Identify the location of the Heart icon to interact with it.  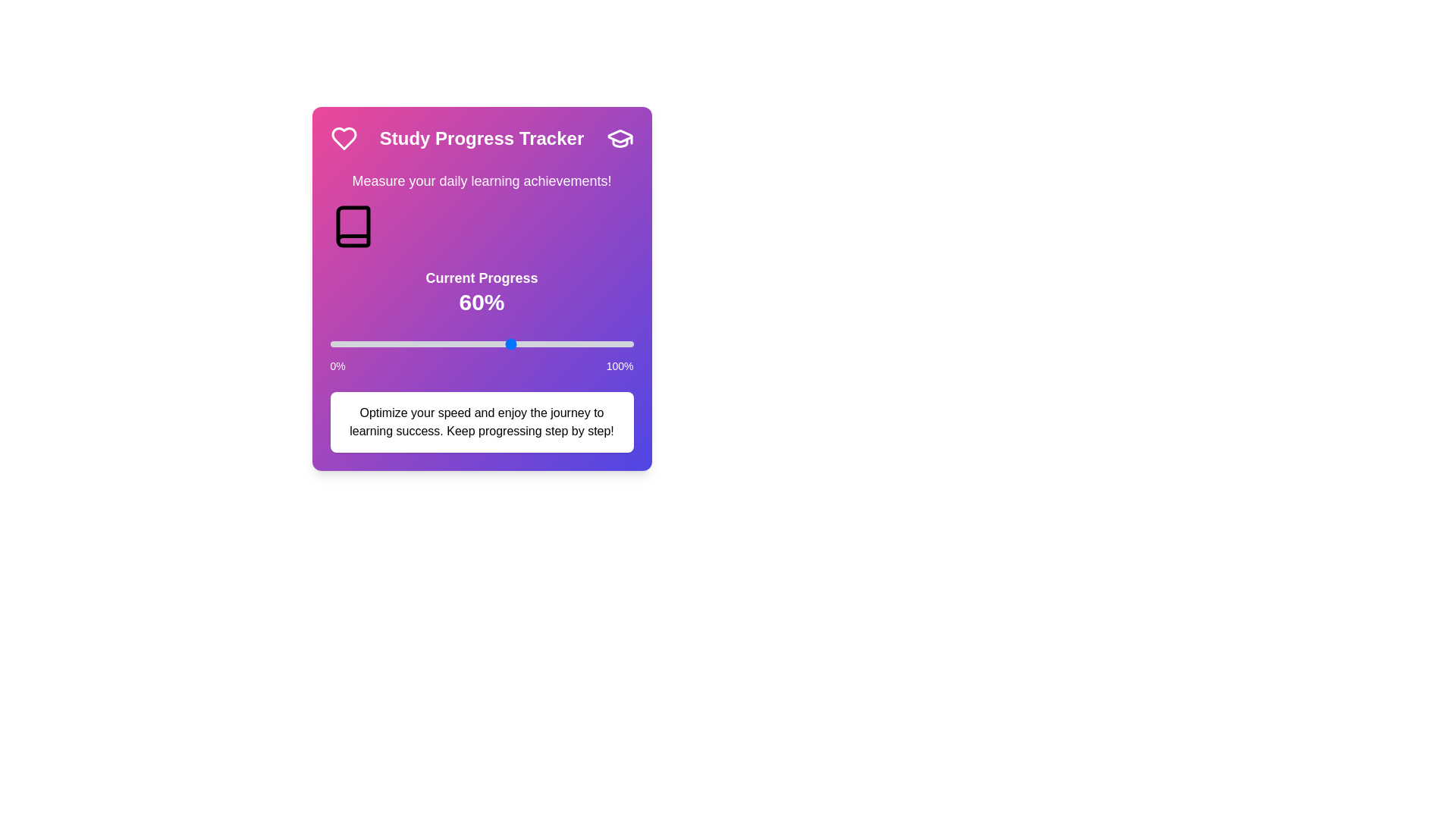
(343, 138).